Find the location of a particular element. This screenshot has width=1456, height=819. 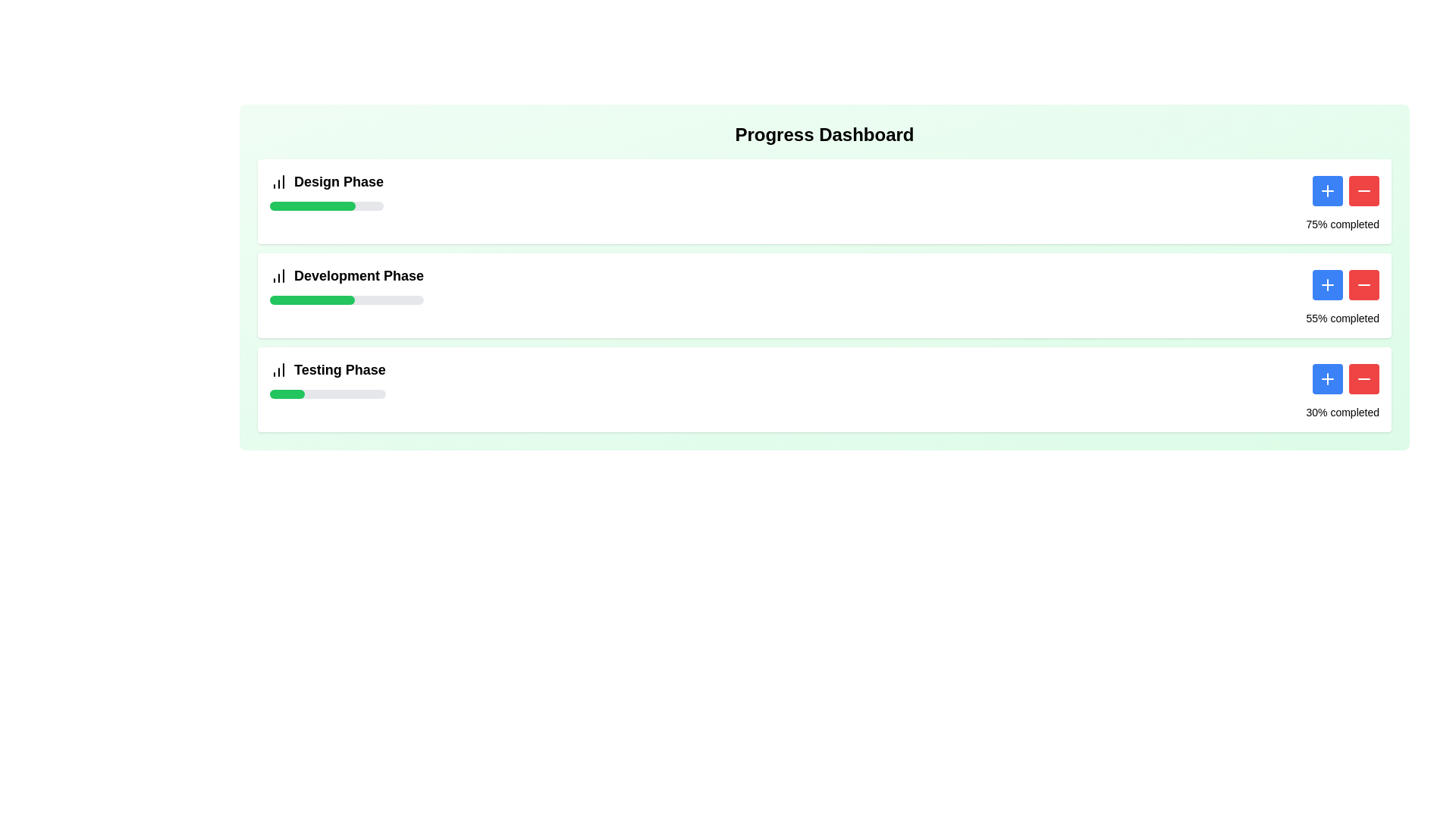

the progress bar indicating 75% completion located under the 'Design Phase' text is located at coordinates (326, 206).